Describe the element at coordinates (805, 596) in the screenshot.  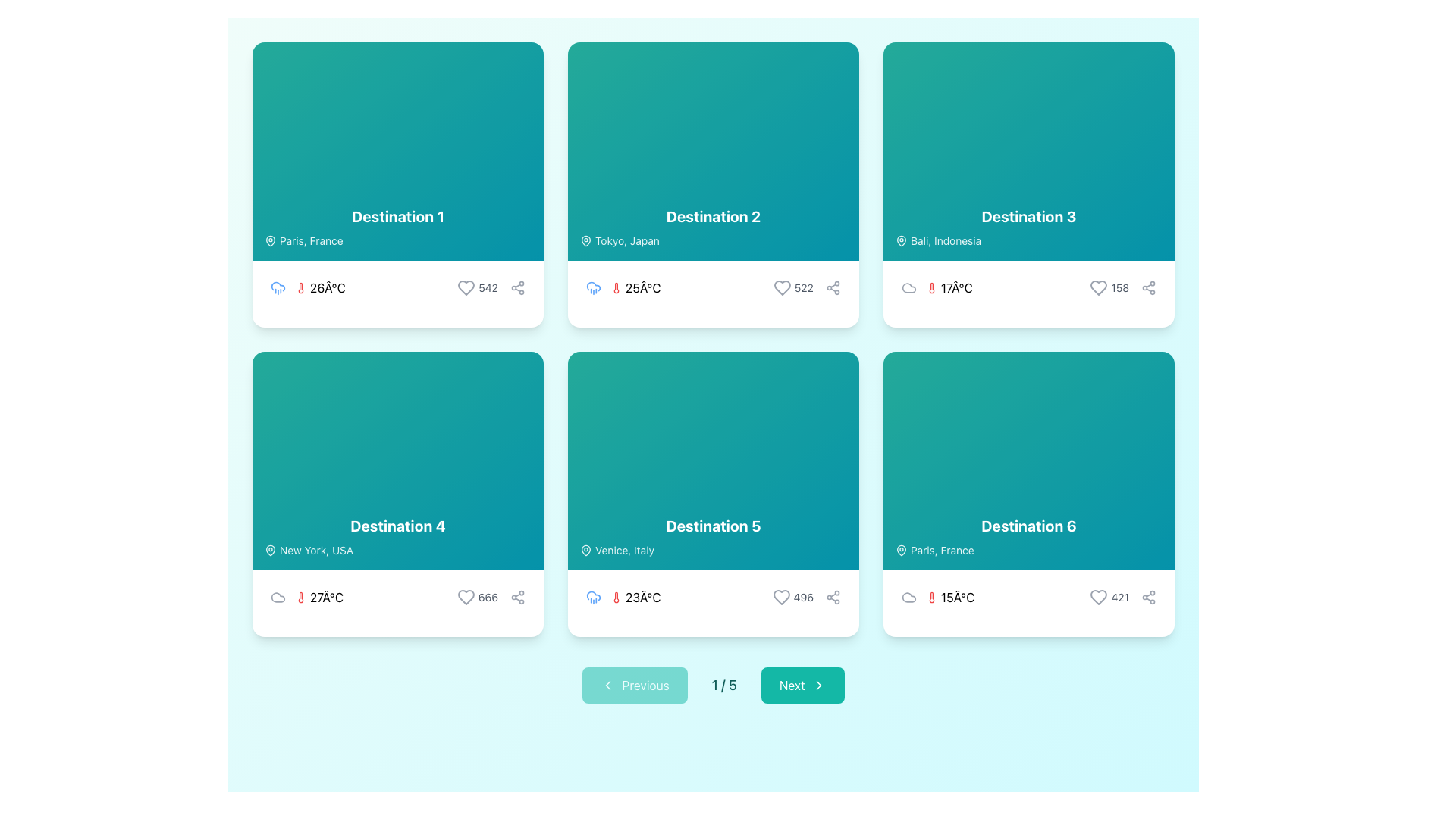
I see `the static text '496' located at the bottom-right corner of the 'Destination 5' card, situated between a heart icon and a share icon` at that location.